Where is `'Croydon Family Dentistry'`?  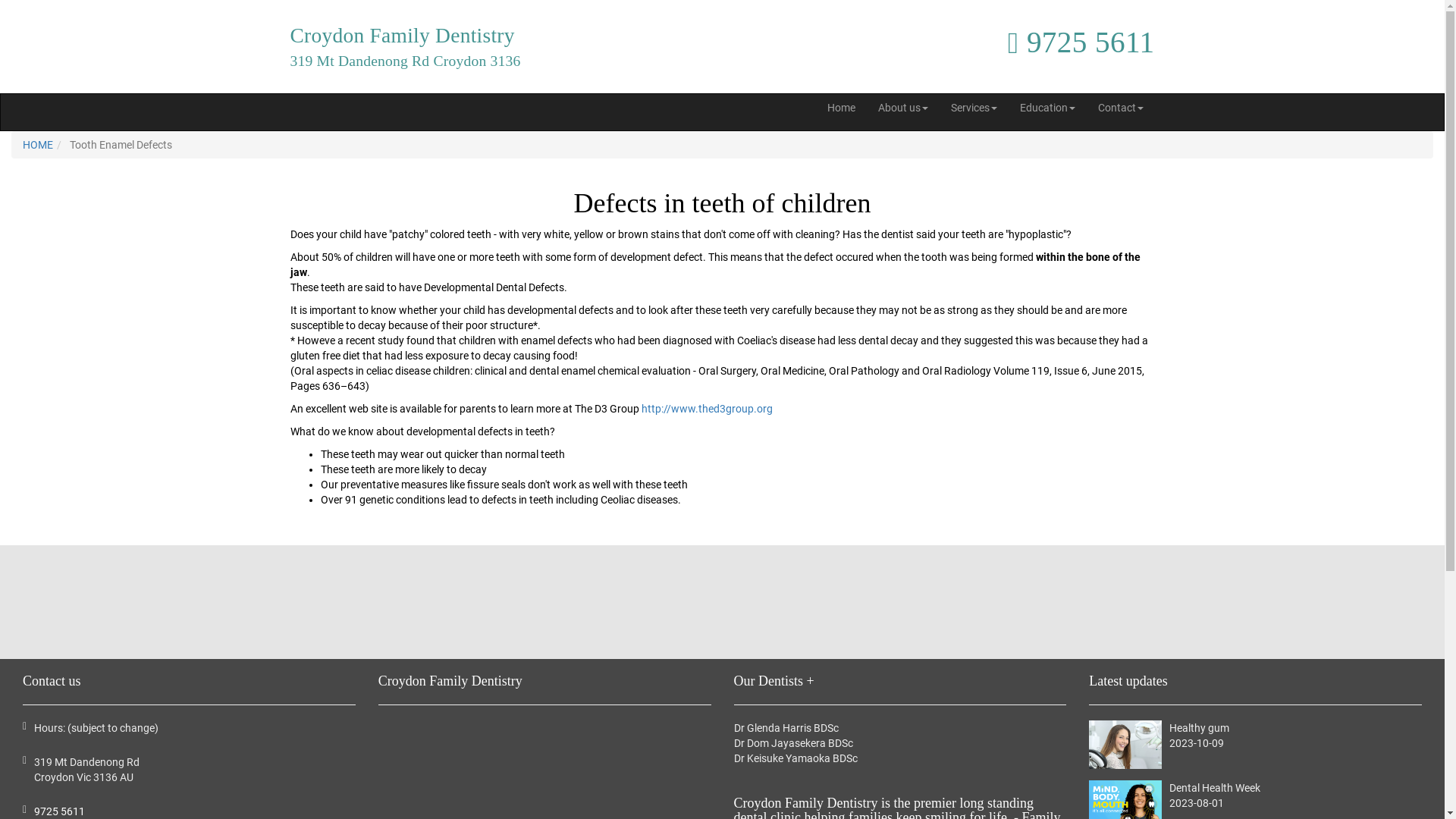 'Croydon Family Dentistry' is located at coordinates (401, 34).